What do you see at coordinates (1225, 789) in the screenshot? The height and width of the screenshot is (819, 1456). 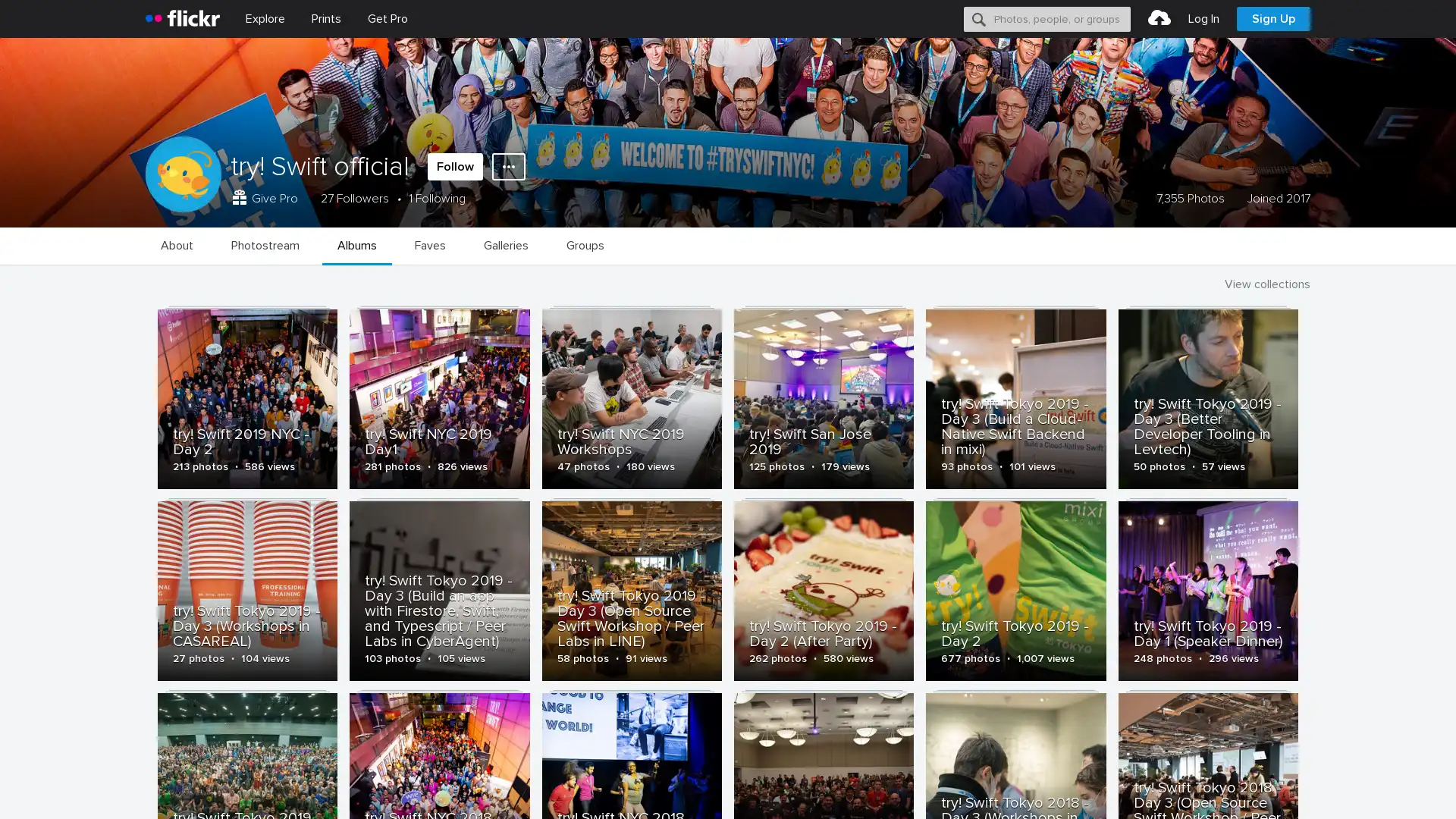 I see `Opt-out` at bounding box center [1225, 789].